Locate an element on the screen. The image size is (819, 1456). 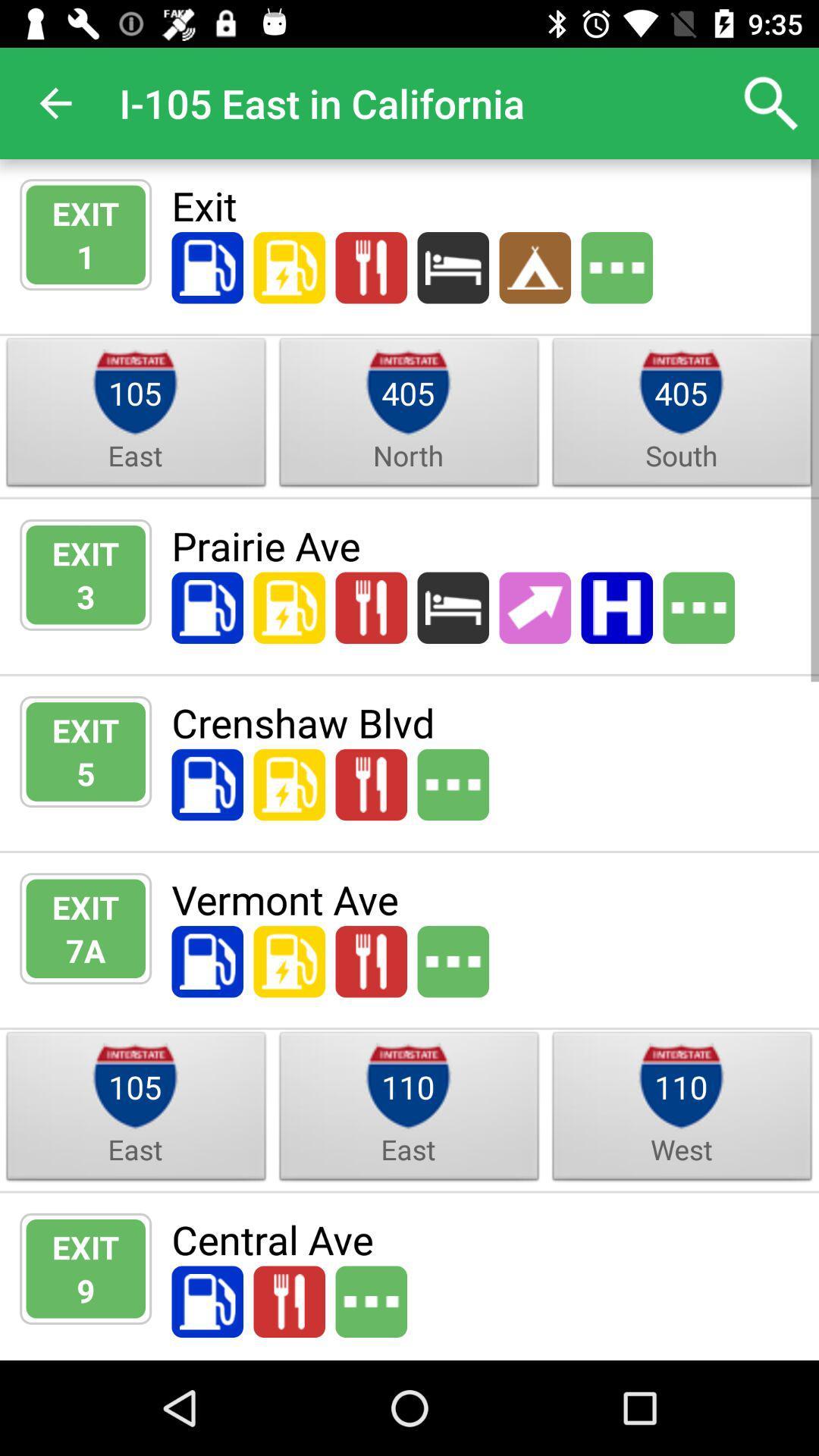
west item is located at coordinates (680, 1149).